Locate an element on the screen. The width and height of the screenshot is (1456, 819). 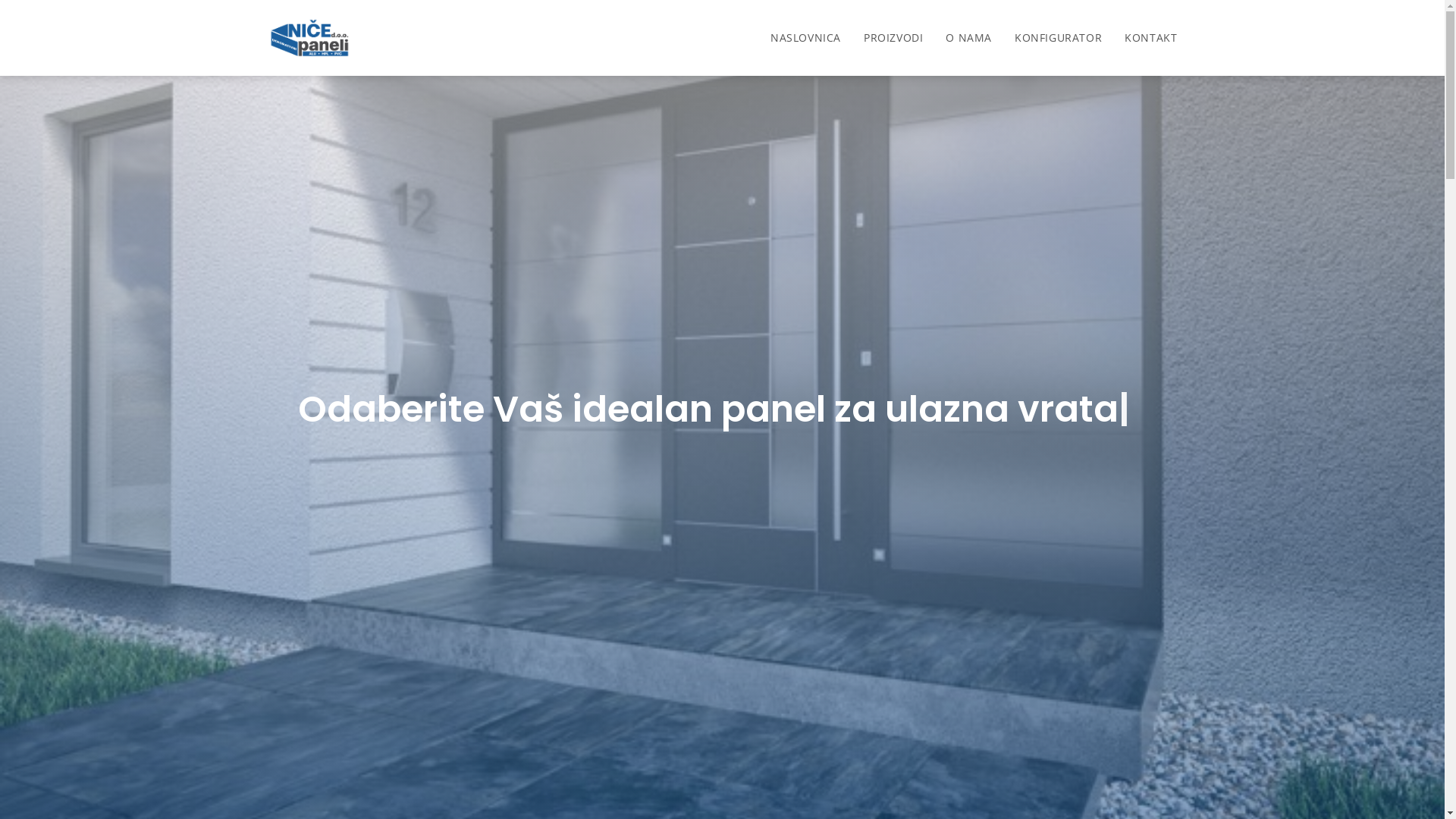
'O NAMA' is located at coordinates (934, 37).